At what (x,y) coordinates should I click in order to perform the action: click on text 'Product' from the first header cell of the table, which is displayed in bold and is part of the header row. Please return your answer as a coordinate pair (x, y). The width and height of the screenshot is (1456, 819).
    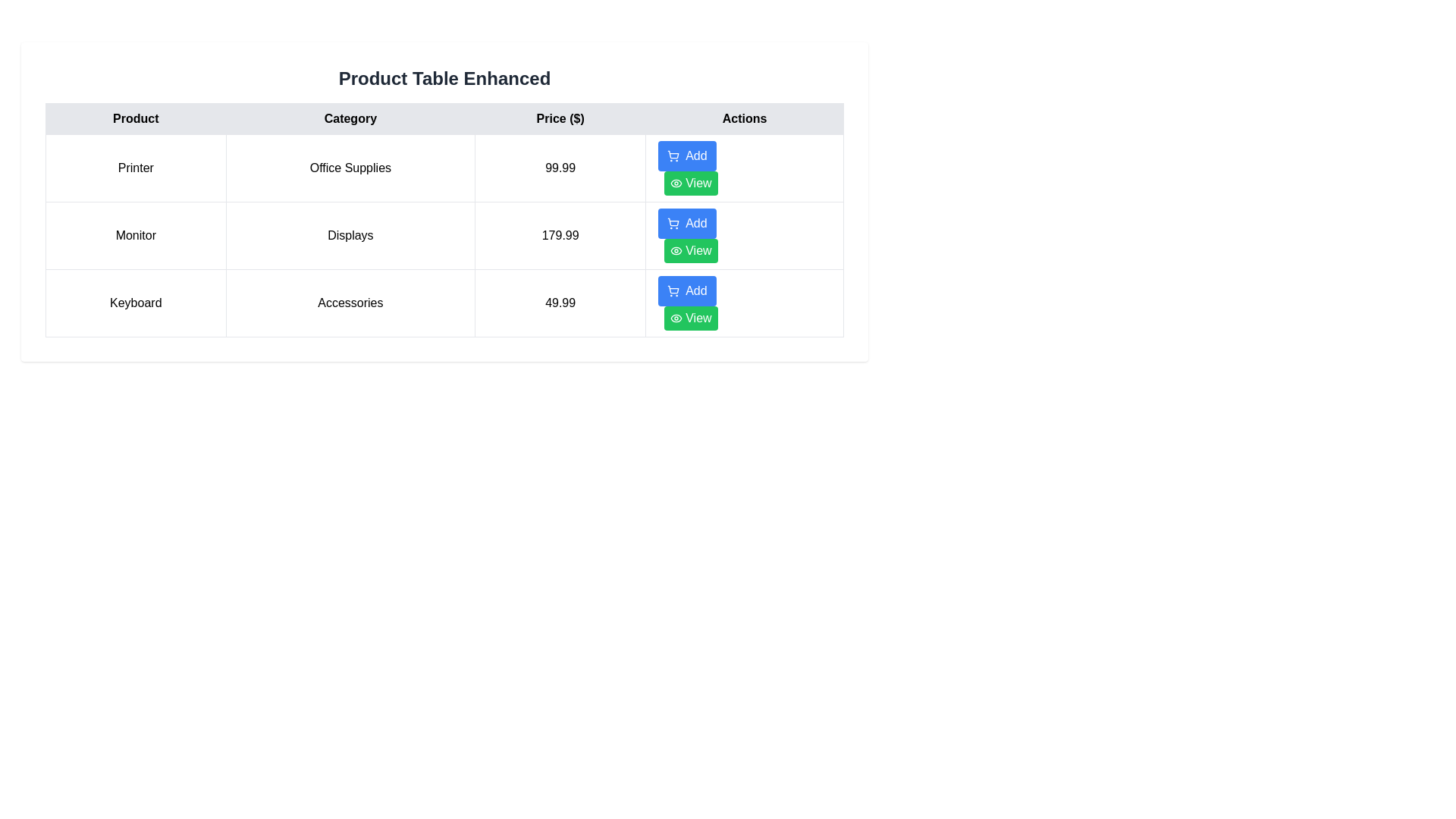
    Looking at the image, I should click on (136, 118).